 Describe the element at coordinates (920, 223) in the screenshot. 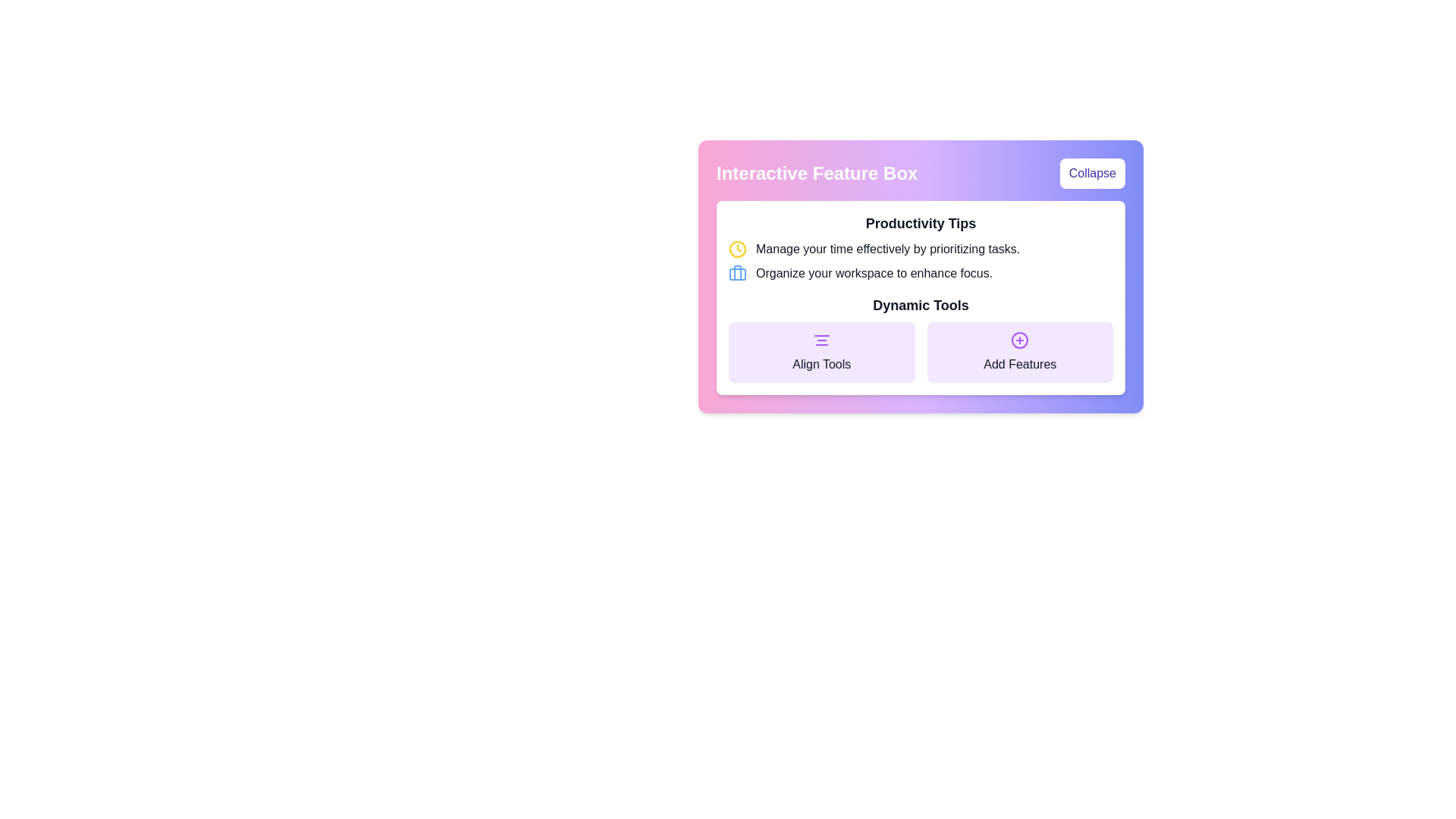

I see `the Text header that introduces productivity tips, located centrally above the text 'Manage your time effectively by prioritizing tasks.'` at that location.